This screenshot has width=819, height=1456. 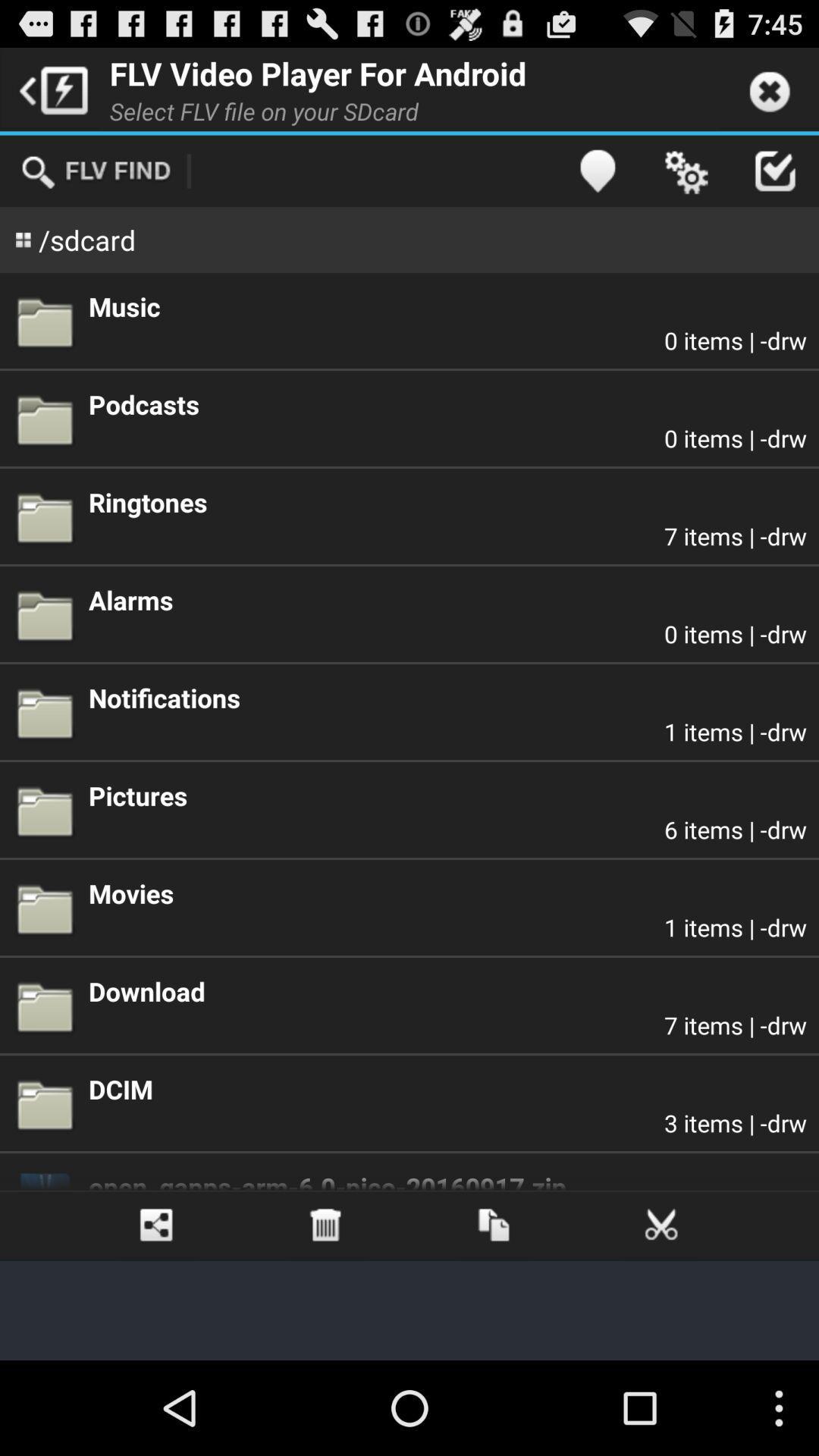 I want to click on the share icon, so click(x=157, y=1310).